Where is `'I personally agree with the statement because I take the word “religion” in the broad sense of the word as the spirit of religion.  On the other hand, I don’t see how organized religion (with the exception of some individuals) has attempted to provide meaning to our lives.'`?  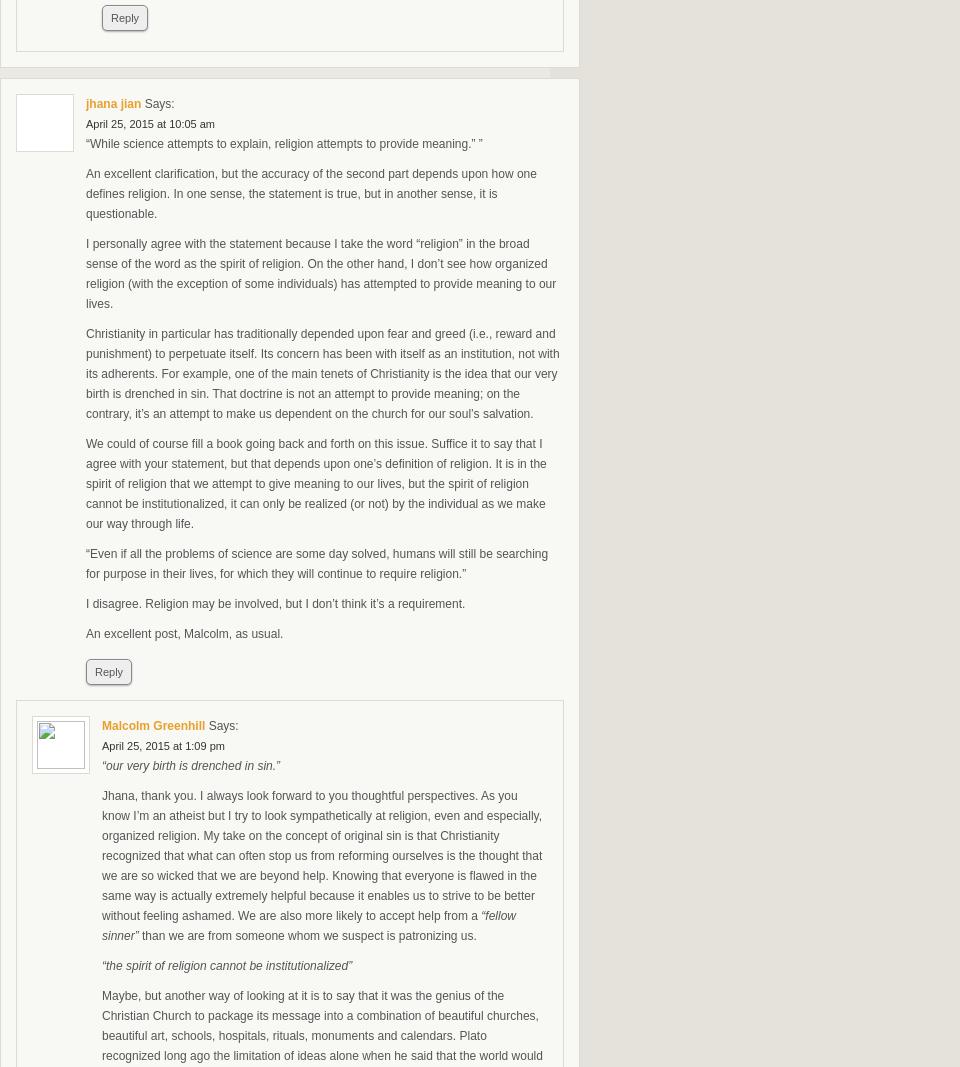 'I personally agree with the statement because I take the word “religion” in the broad sense of the word as the spirit of religion.  On the other hand, I don’t see how organized religion (with the exception of some individuals) has attempted to provide meaning to our lives.' is located at coordinates (321, 274).